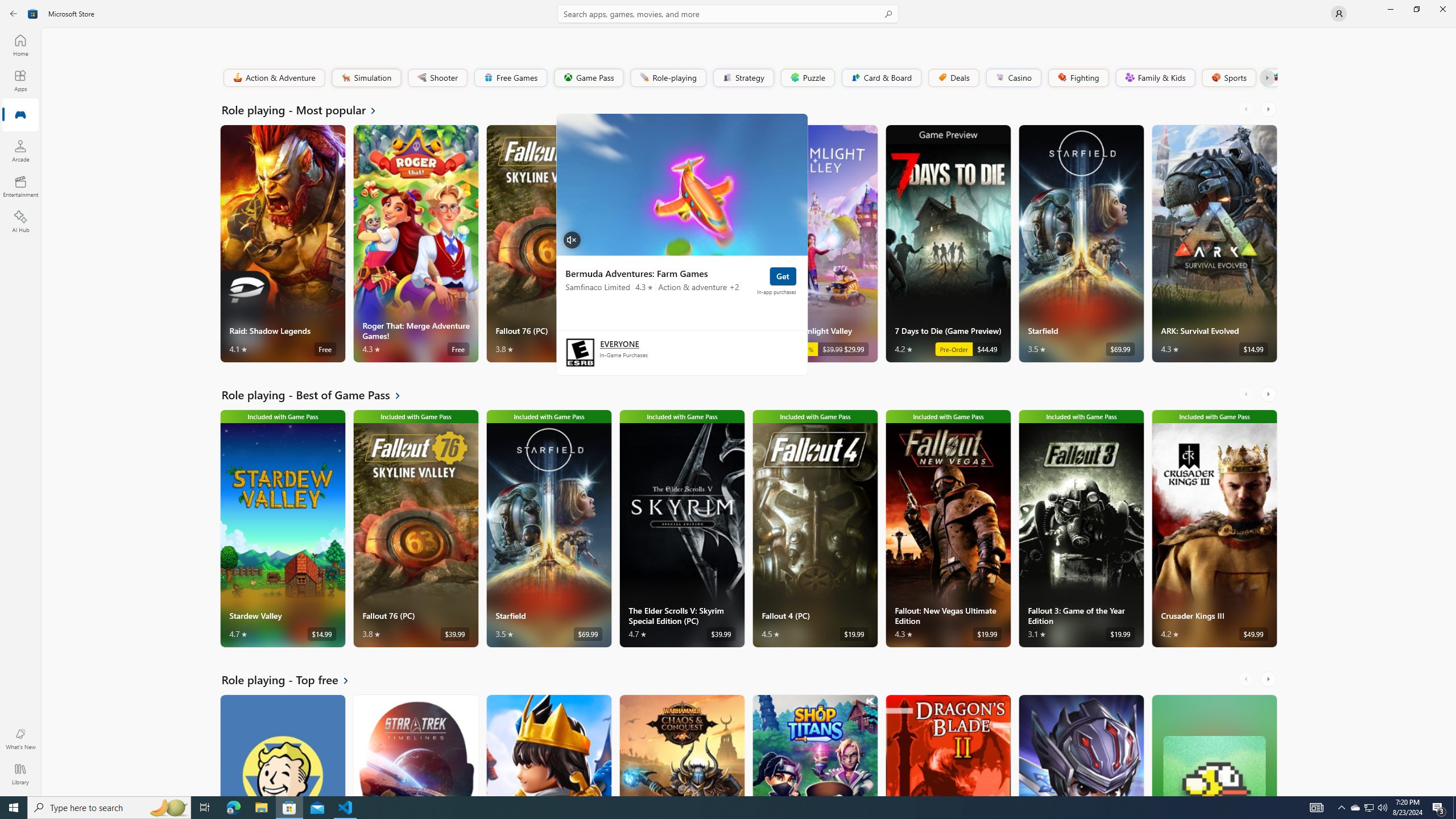  Describe the element at coordinates (588, 77) in the screenshot. I see `'Game Pass'` at that location.